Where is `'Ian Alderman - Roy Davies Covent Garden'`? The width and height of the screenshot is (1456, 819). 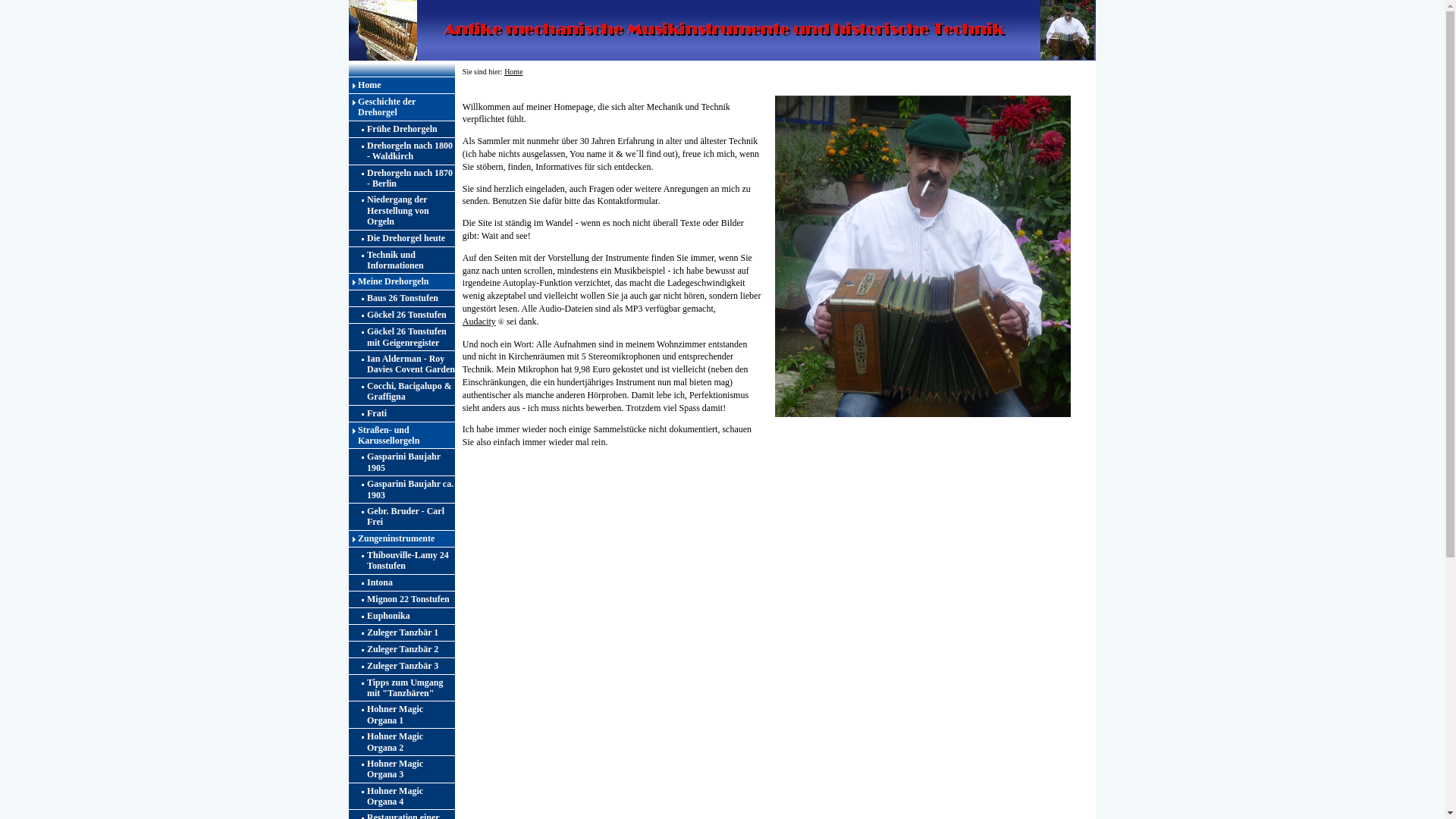
'Ian Alderman - Roy Davies Covent Garden' is located at coordinates (348, 364).